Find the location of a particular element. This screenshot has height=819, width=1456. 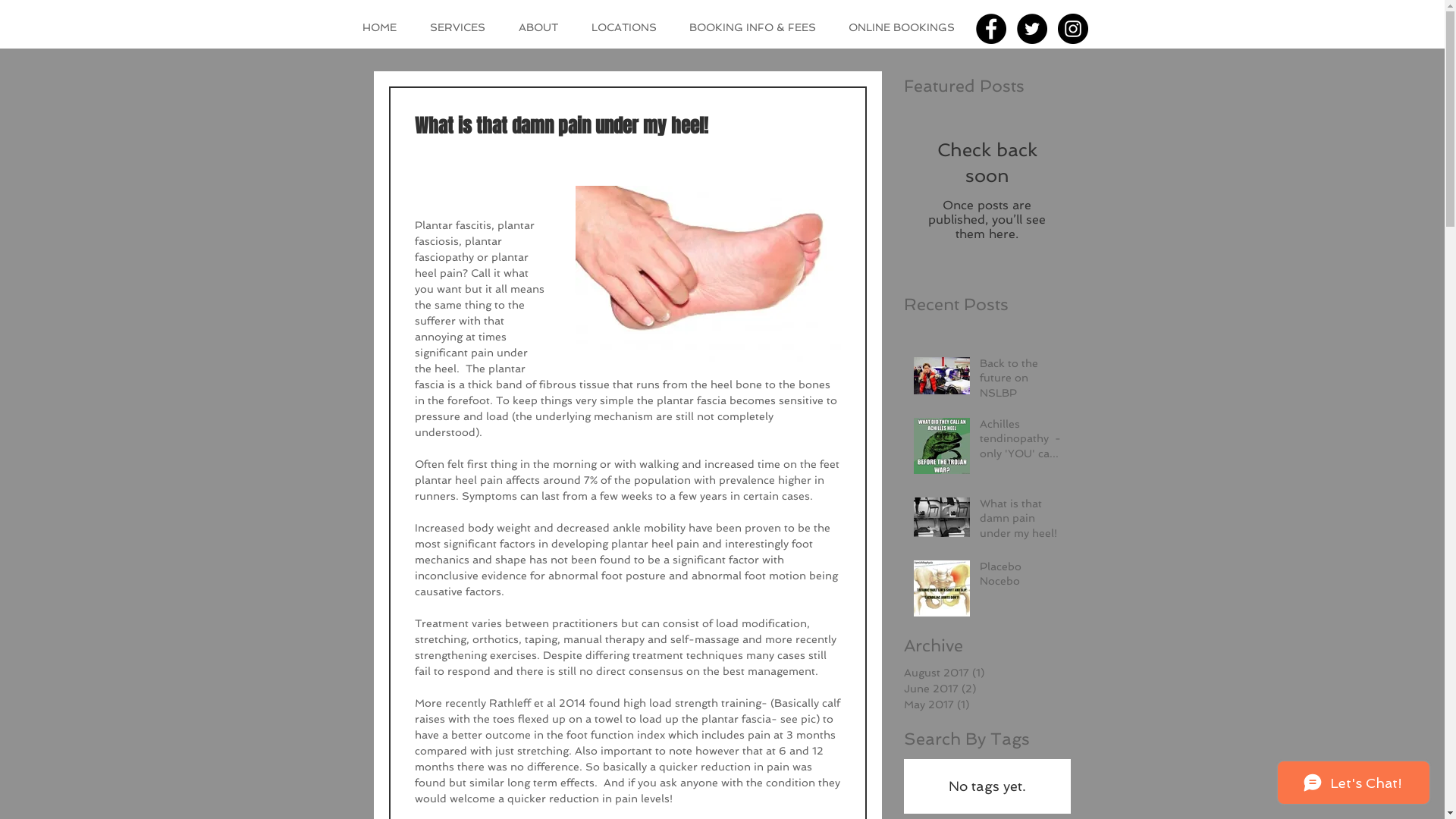

'HOME' is located at coordinates (349, 27).